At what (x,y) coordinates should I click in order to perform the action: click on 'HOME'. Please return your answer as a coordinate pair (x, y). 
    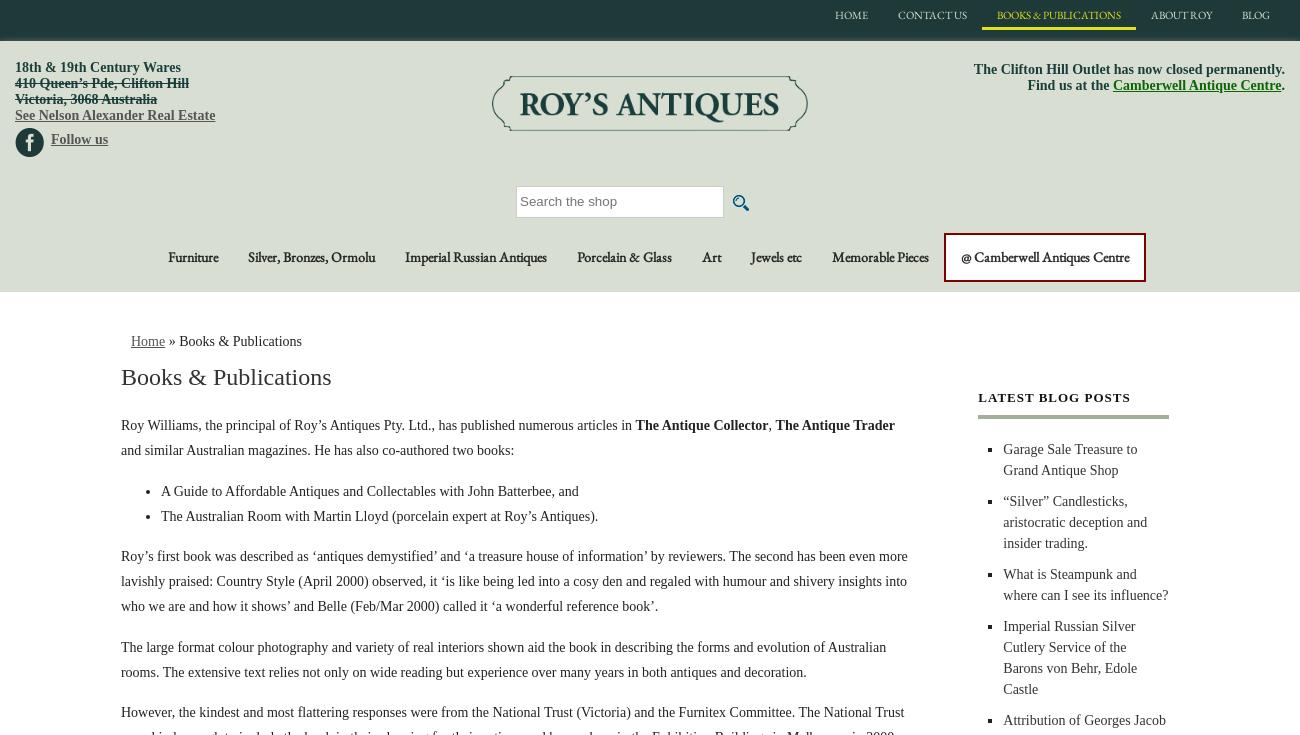
    Looking at the image, I should click on (851, 13).